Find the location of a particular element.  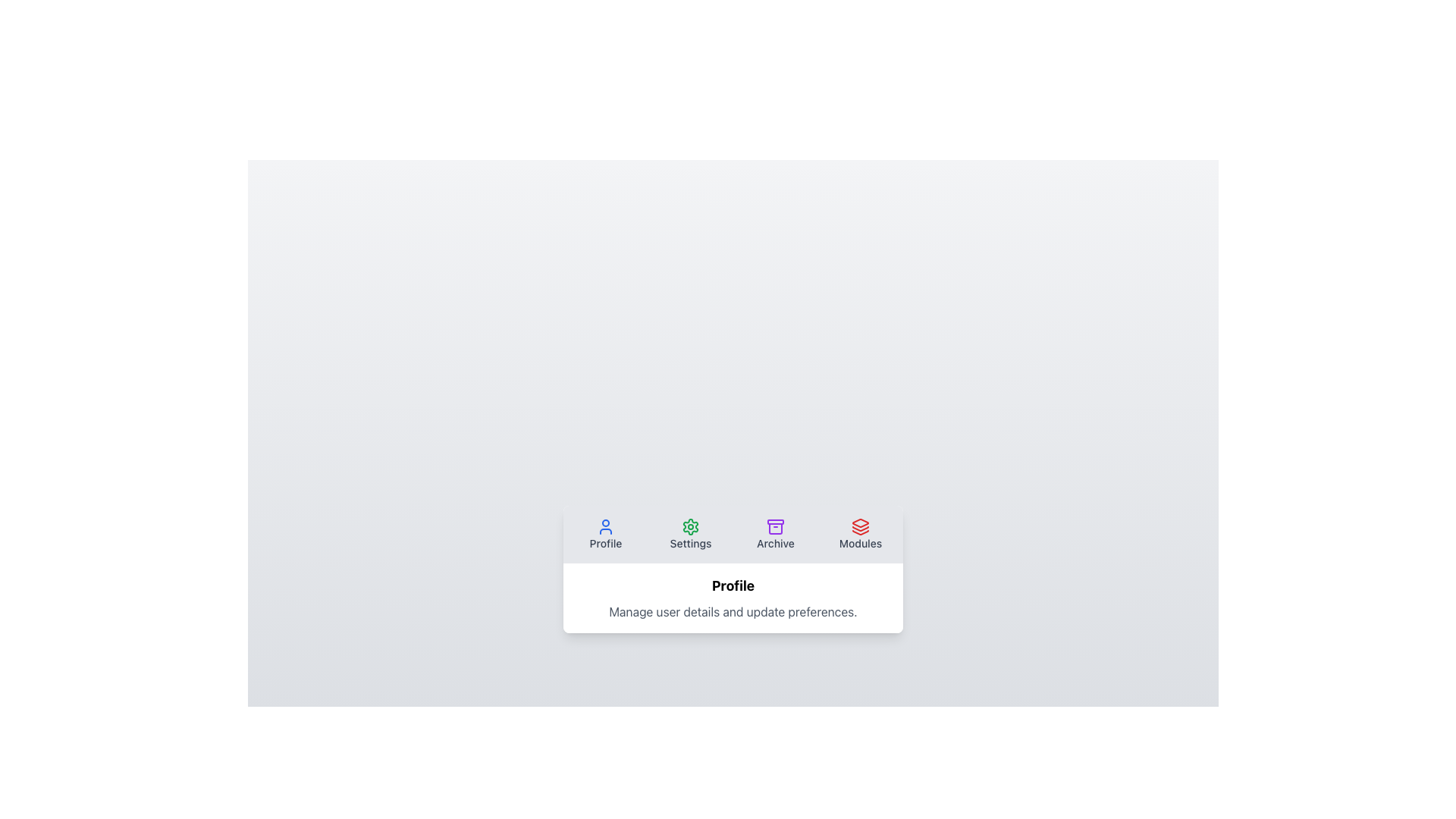

the 'Archive' navigation tab, the third tab in a horizontal layout is located at coordinates (775, 534).